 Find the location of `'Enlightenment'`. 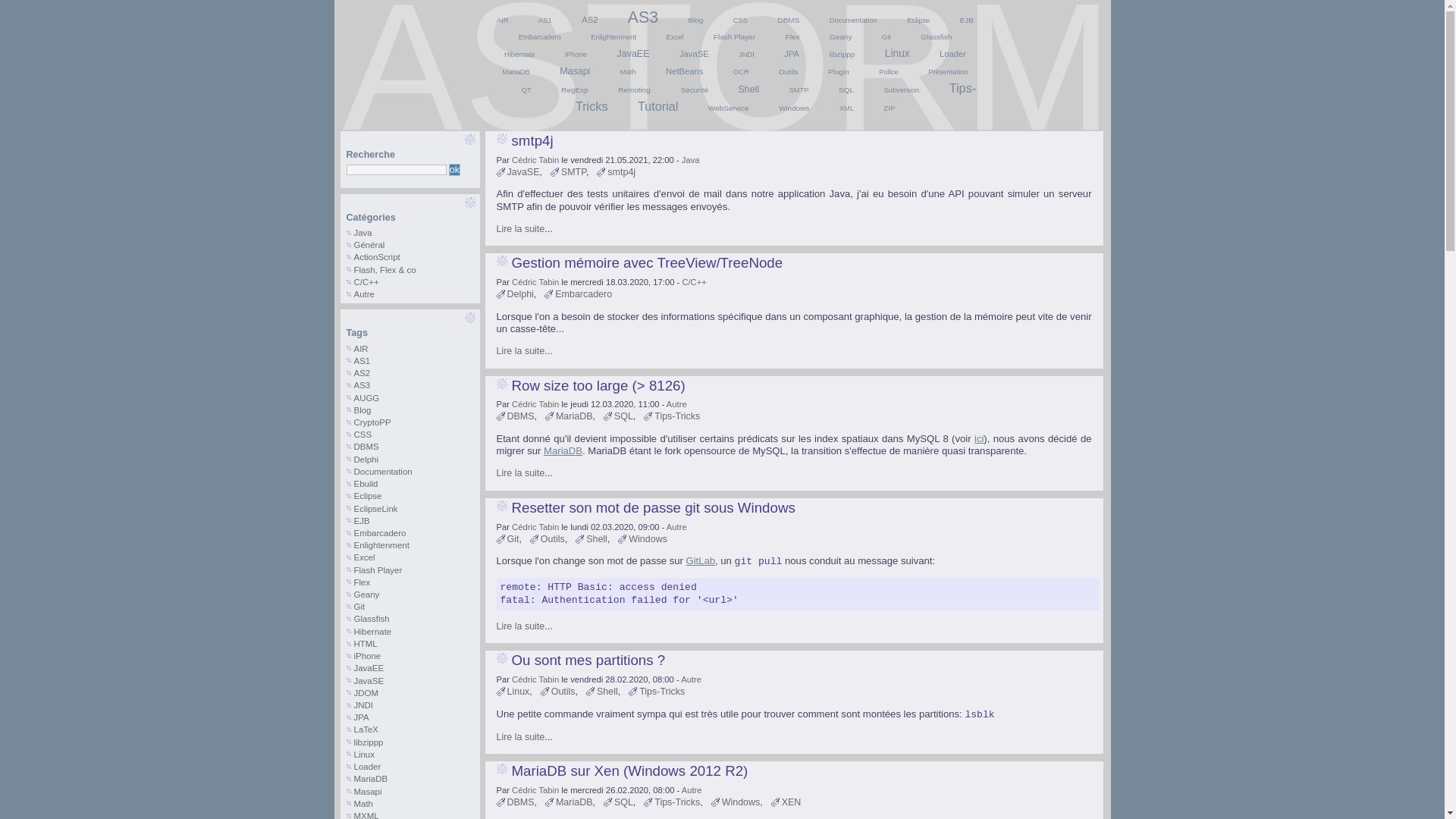

'Enlightenment' is located at coordinates (613, 36).